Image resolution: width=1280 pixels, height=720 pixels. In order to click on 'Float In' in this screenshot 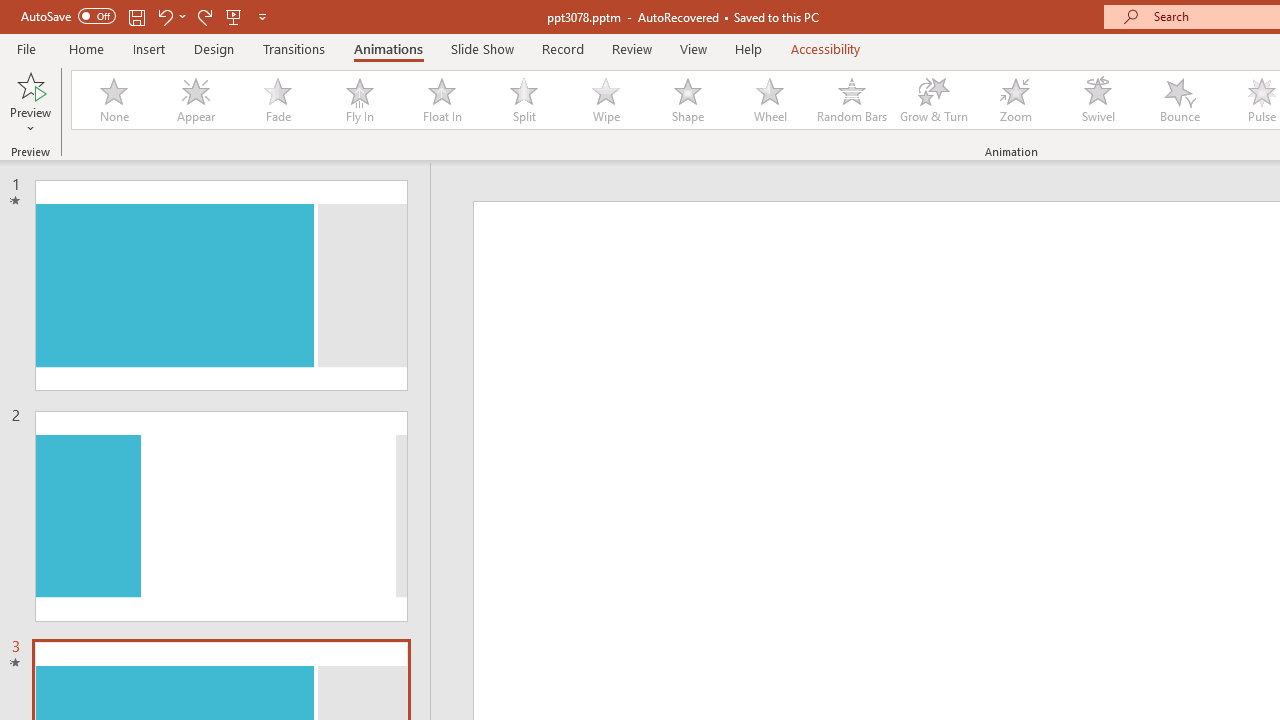, I will do `click(440, 100)`.